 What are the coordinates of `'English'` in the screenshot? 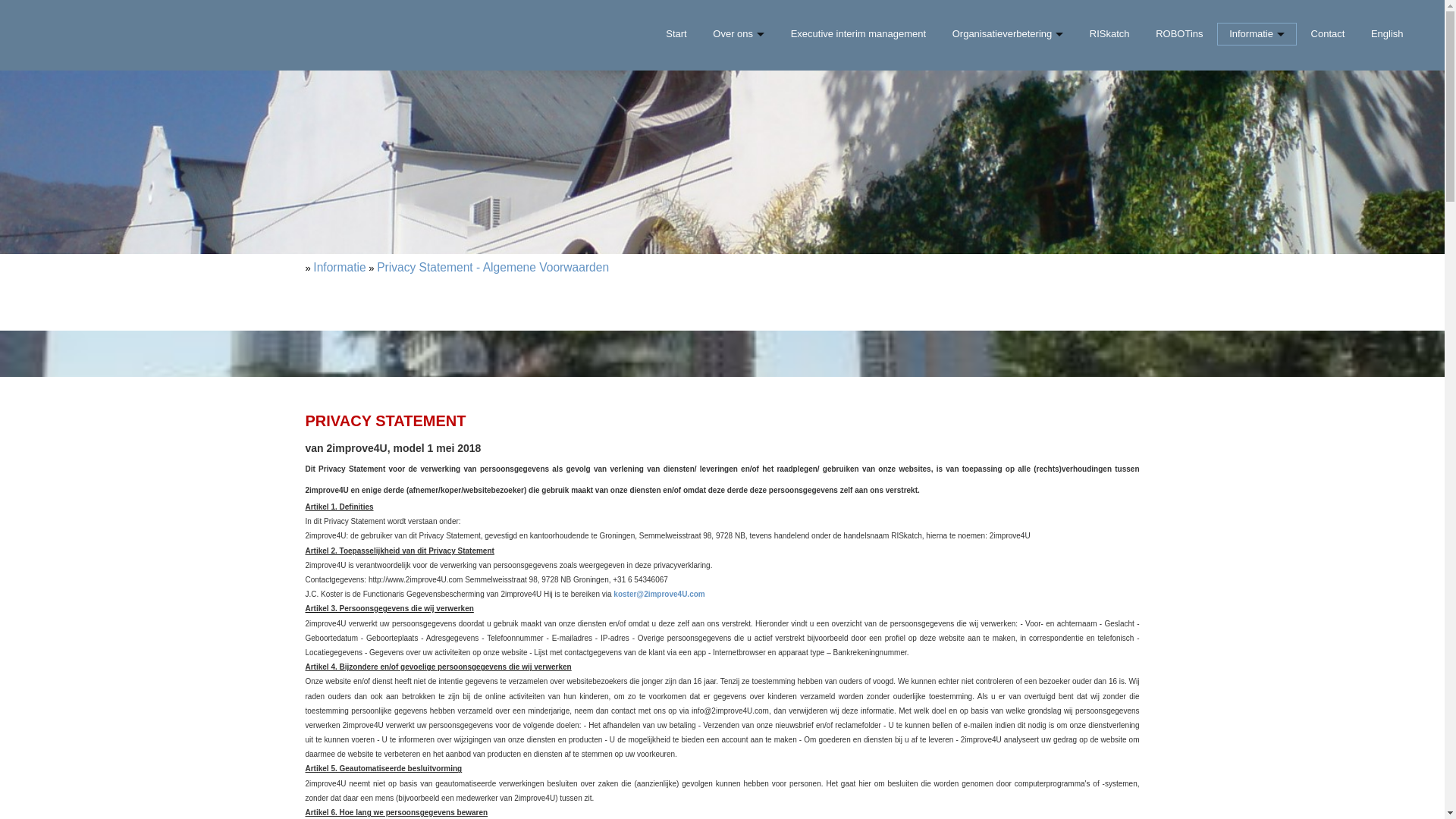 It's located at (1387, 34).